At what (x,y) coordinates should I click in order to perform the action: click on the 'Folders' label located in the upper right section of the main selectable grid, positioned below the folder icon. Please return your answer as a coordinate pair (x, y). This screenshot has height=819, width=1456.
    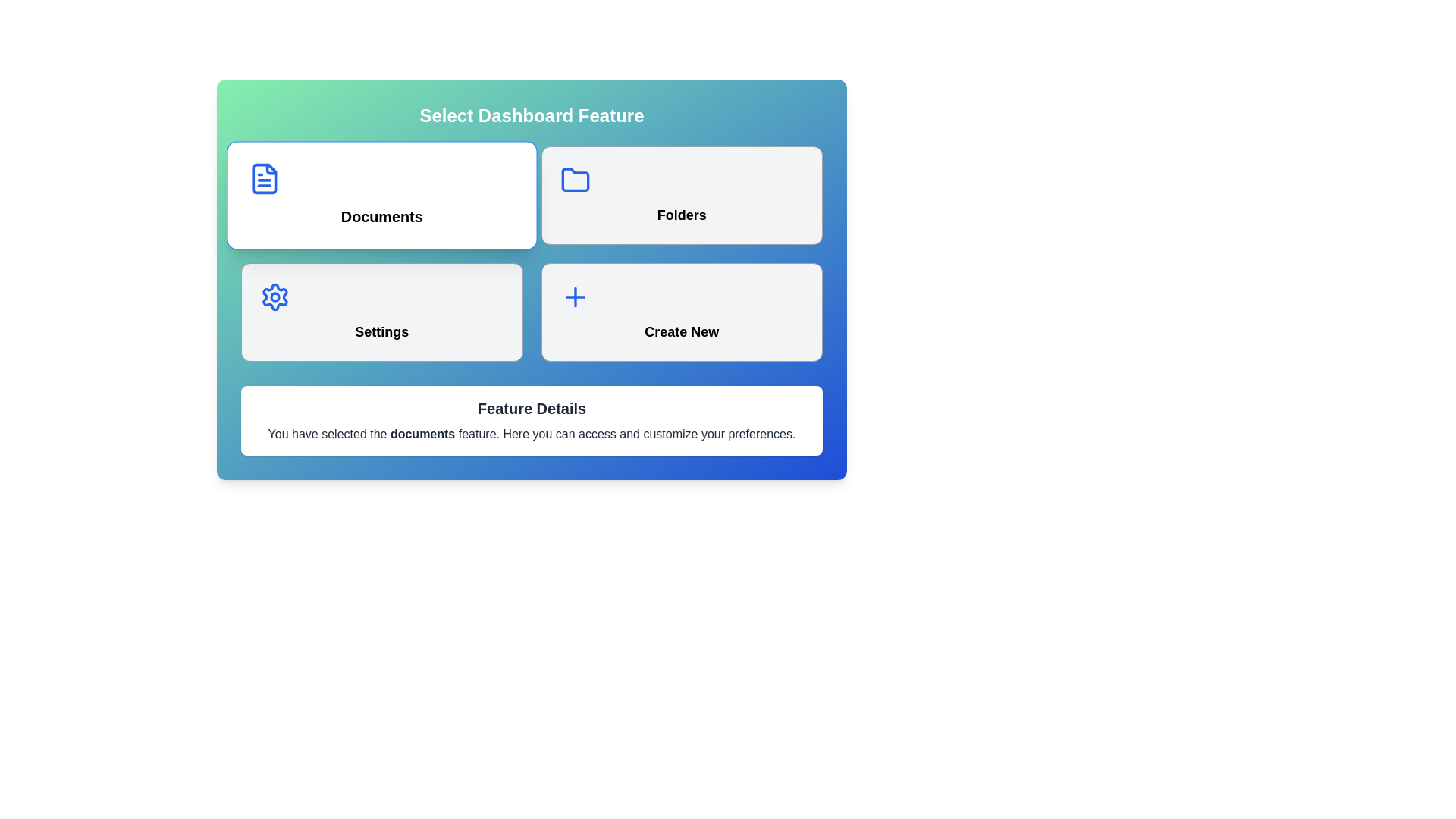
    Looking at the image, I should click on (681, 215).